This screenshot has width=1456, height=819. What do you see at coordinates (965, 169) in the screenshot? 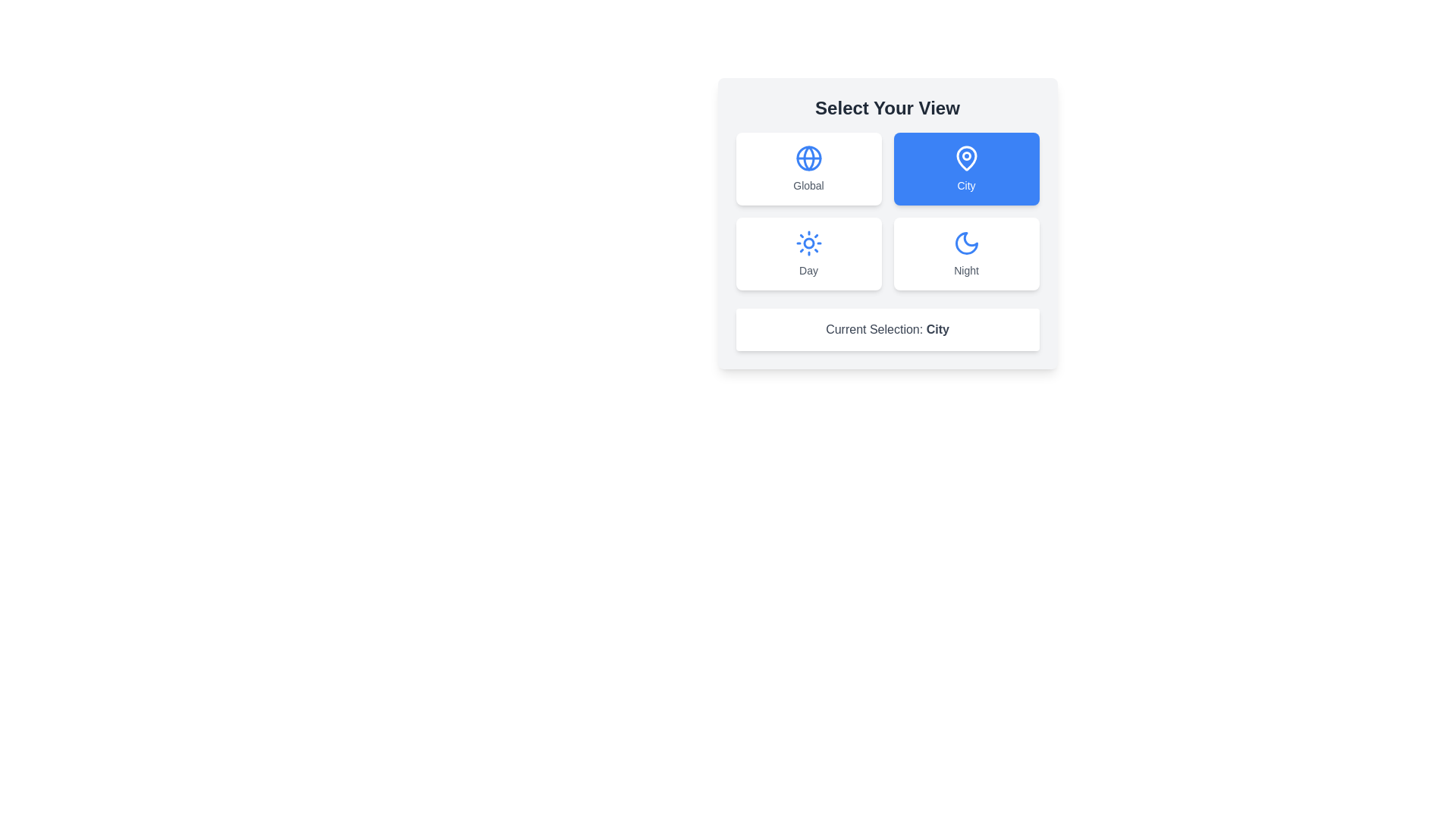
I see `the blue rectangular button with rounded corners and a map pin icon labeled 'City'` at bounding box center [965, 169].